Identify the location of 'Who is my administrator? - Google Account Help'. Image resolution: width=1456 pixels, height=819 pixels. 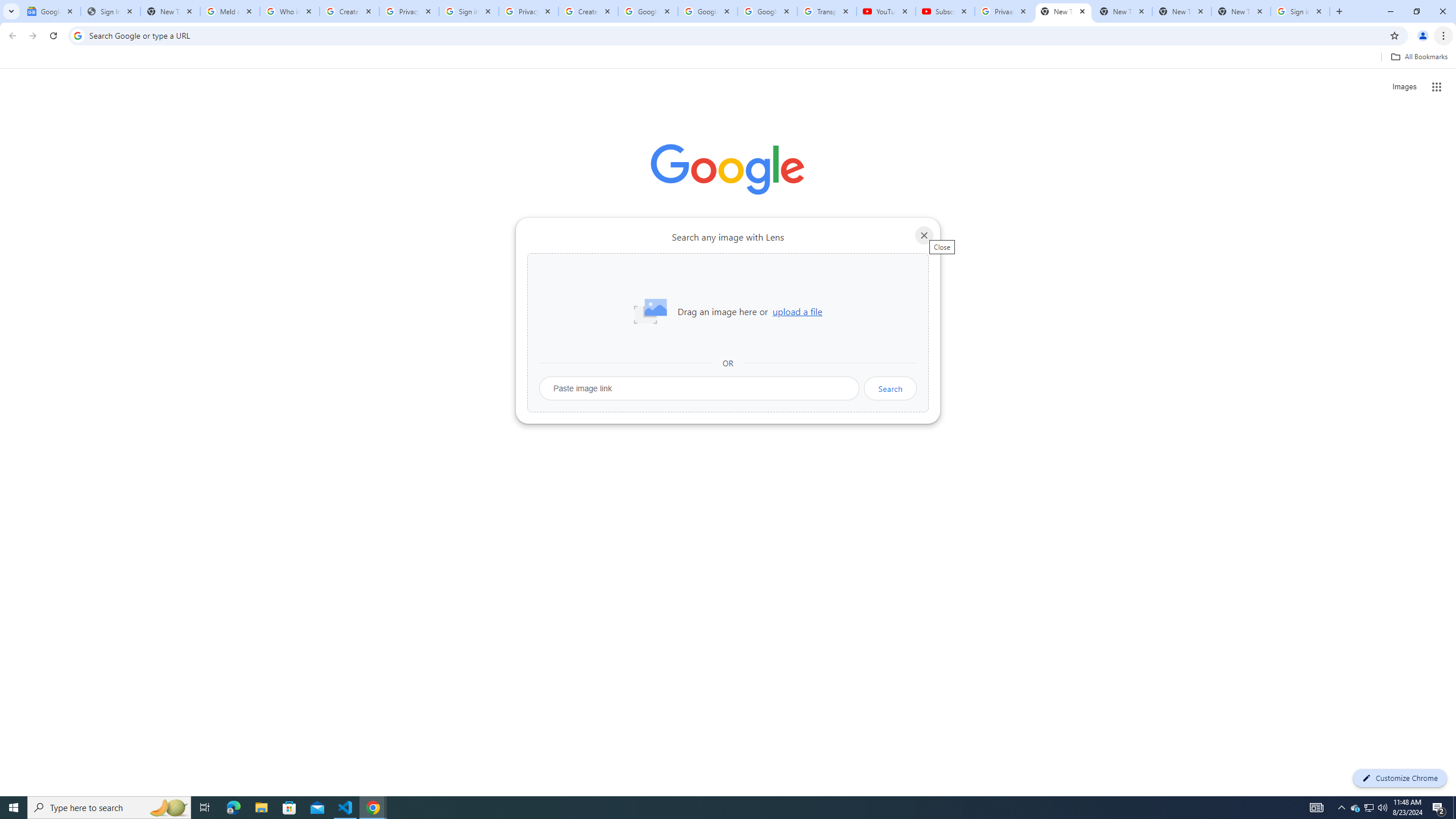
(289, 11).